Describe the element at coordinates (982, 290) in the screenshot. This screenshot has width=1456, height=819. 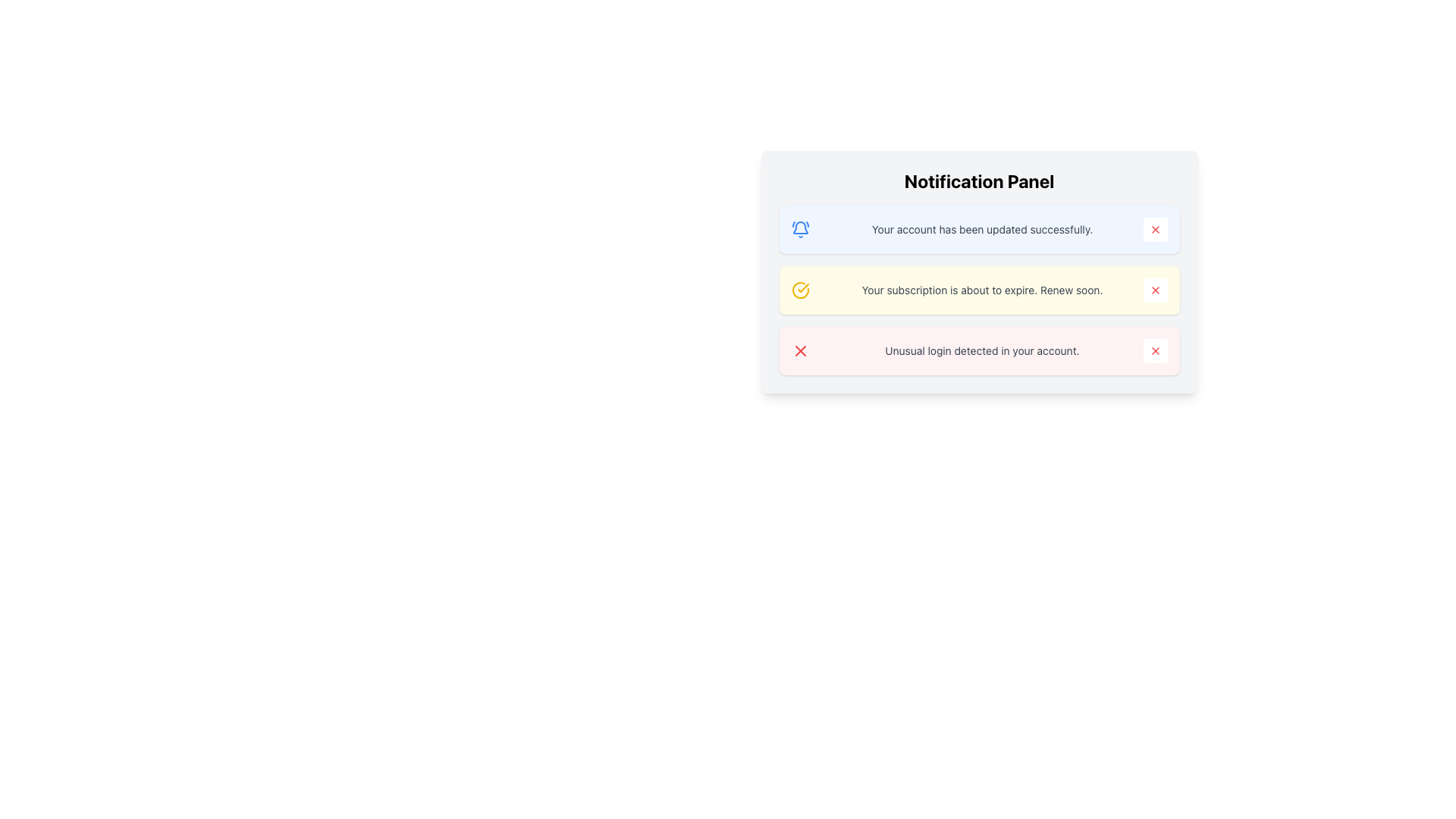
I see `the text snippet reading 'Your subscription is about to expire. Renew soon.' which is located in the middle notification box with a light yellow background` at that location.